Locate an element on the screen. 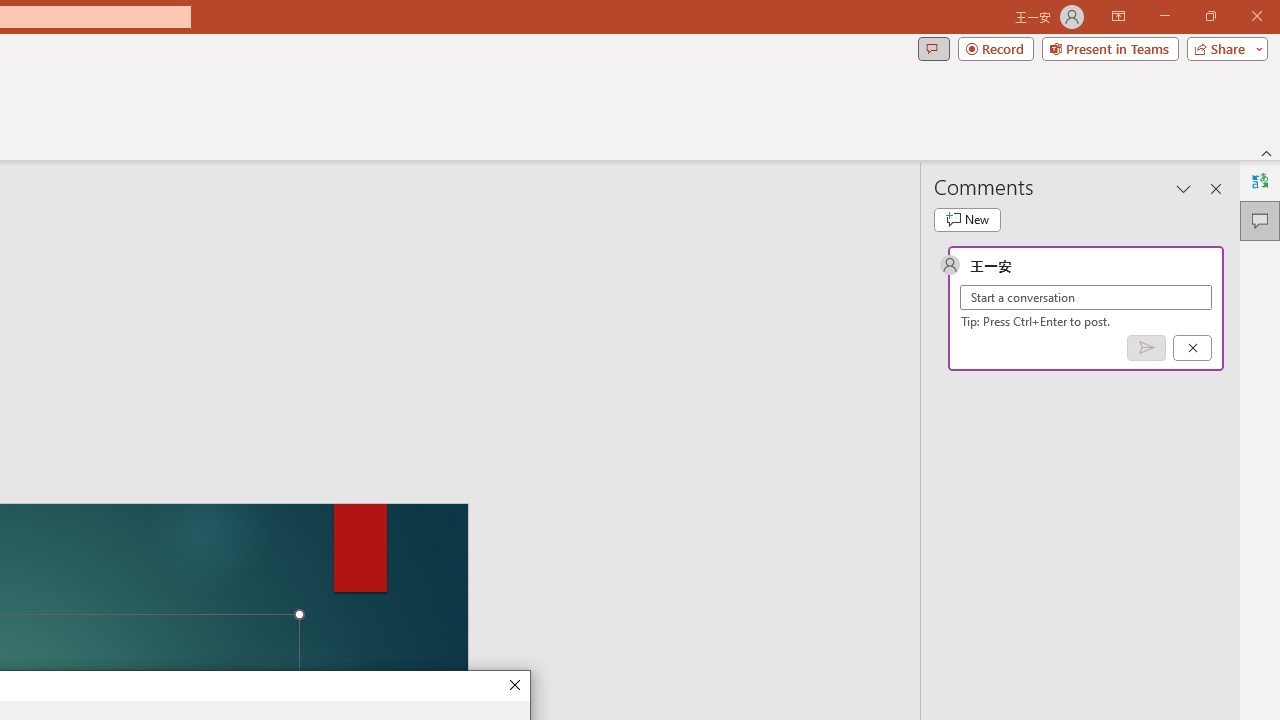 The height and width of the screenshot is (720, 1280). 'Collapse the Ribbon' is located at coordinates (1266, 152).